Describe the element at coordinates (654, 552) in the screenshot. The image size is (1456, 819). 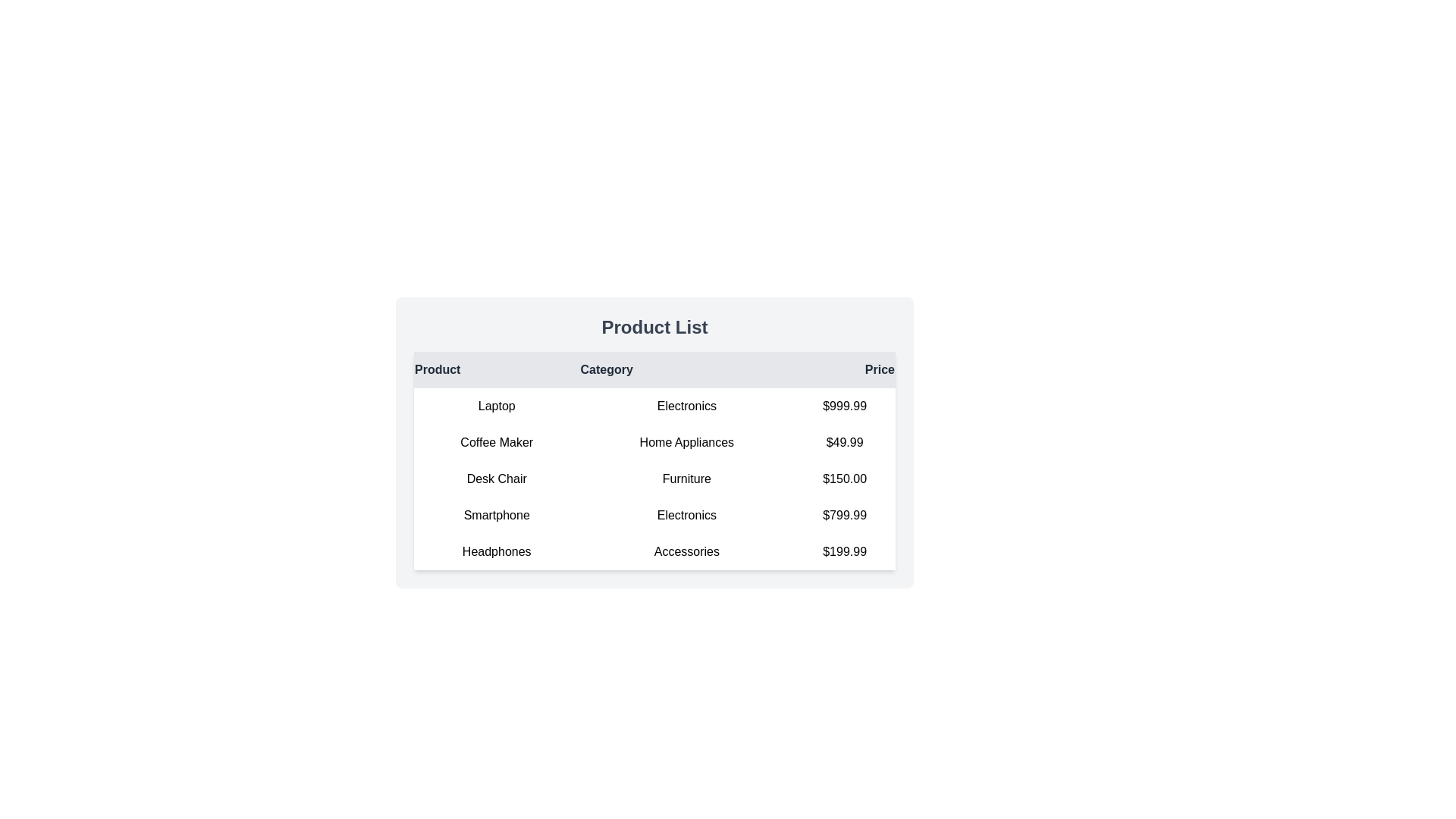
I see `text content of the last row in the product list table, which contains 'Headphones', 'Accessories', and '$199.99'` at that location.